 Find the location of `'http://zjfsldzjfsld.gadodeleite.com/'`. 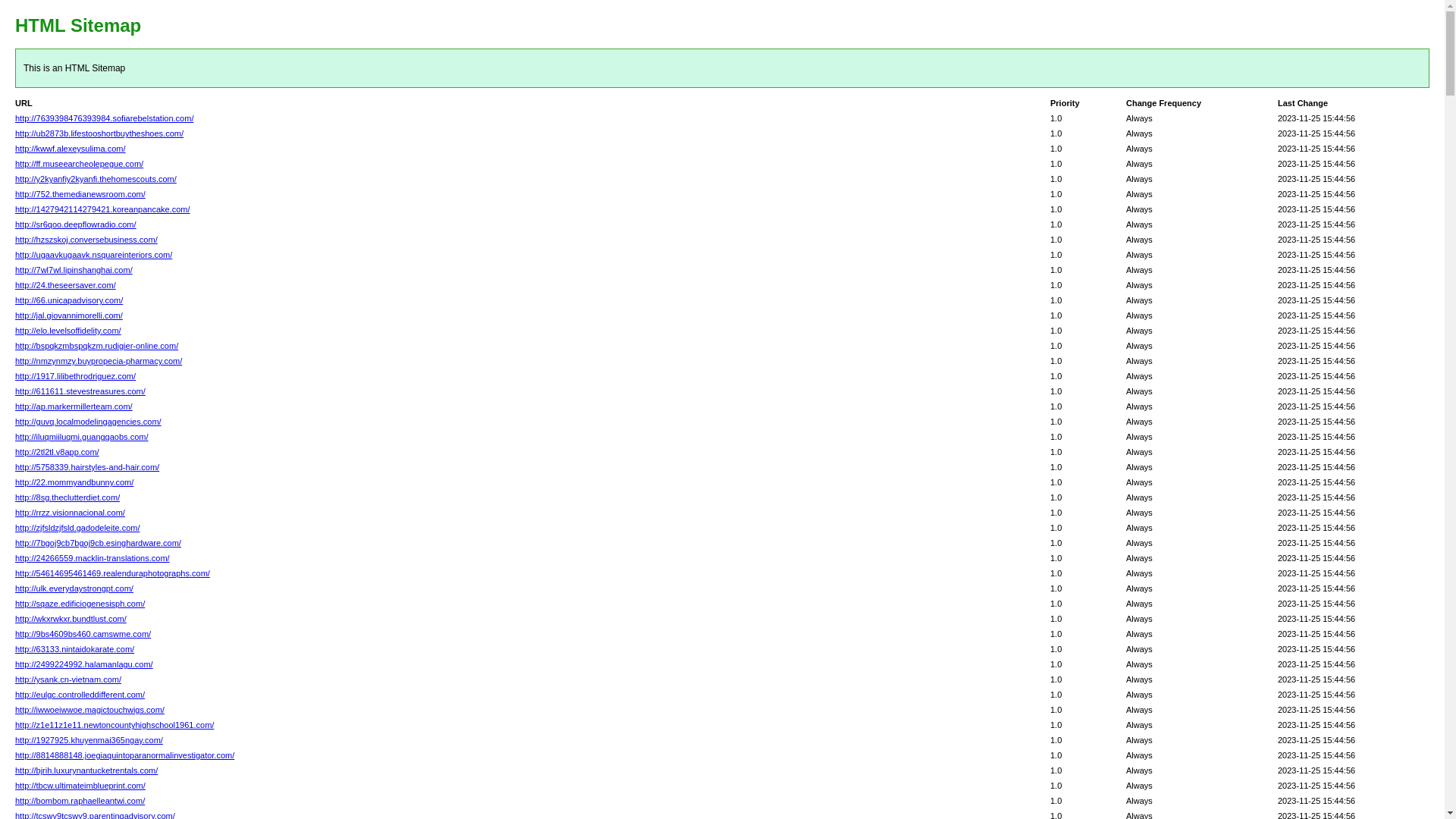

'http://zjfsldzjfsld.gadodeleite.com/' is located at coordinates (14, 526).